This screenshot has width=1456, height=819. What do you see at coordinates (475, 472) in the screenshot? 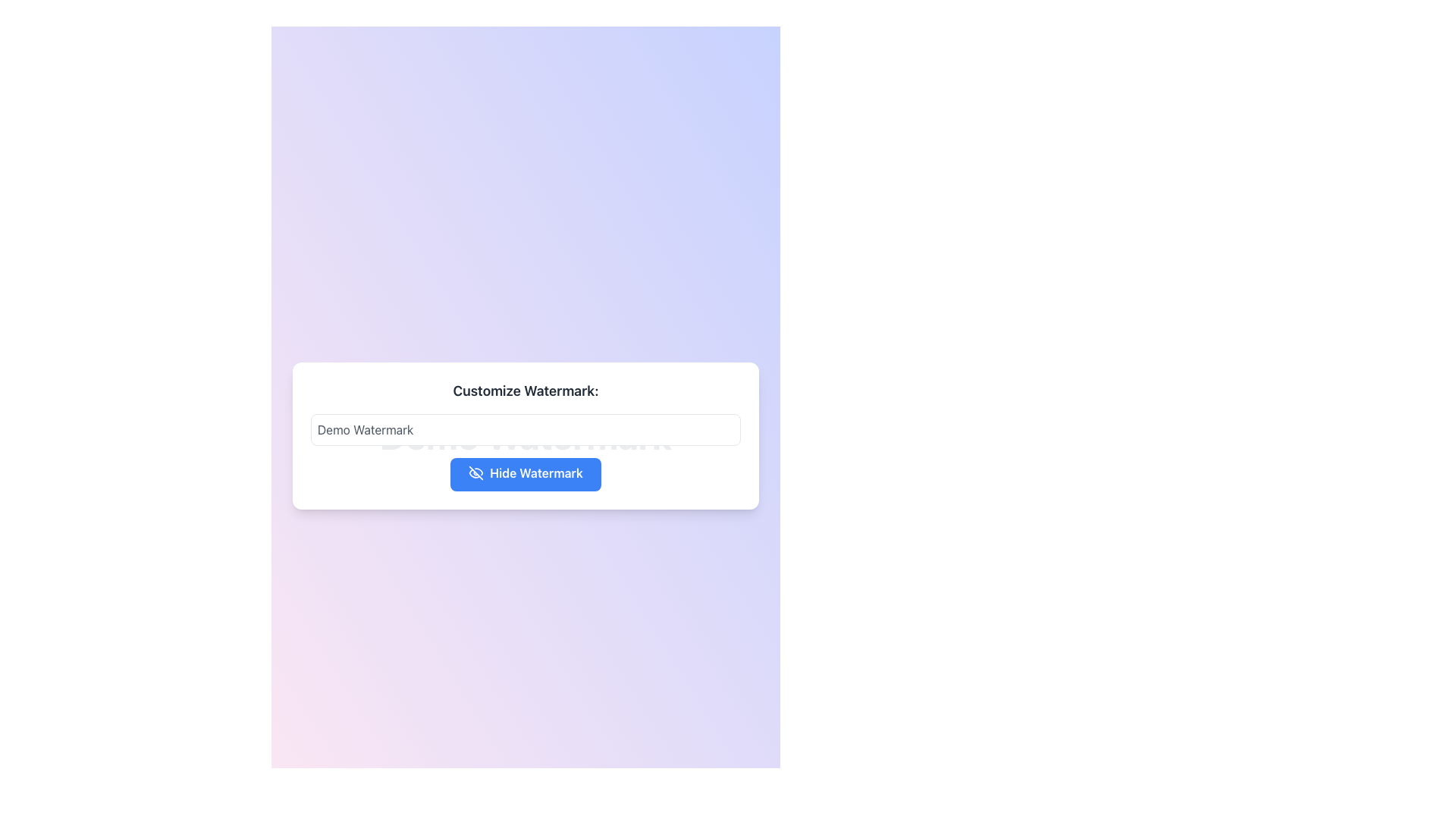
I see `the diagonal cross icon representing the 'hide' or 'disable' action, located to the left of the 'Hide Watermark' text label` at bounding box center [475, 472].